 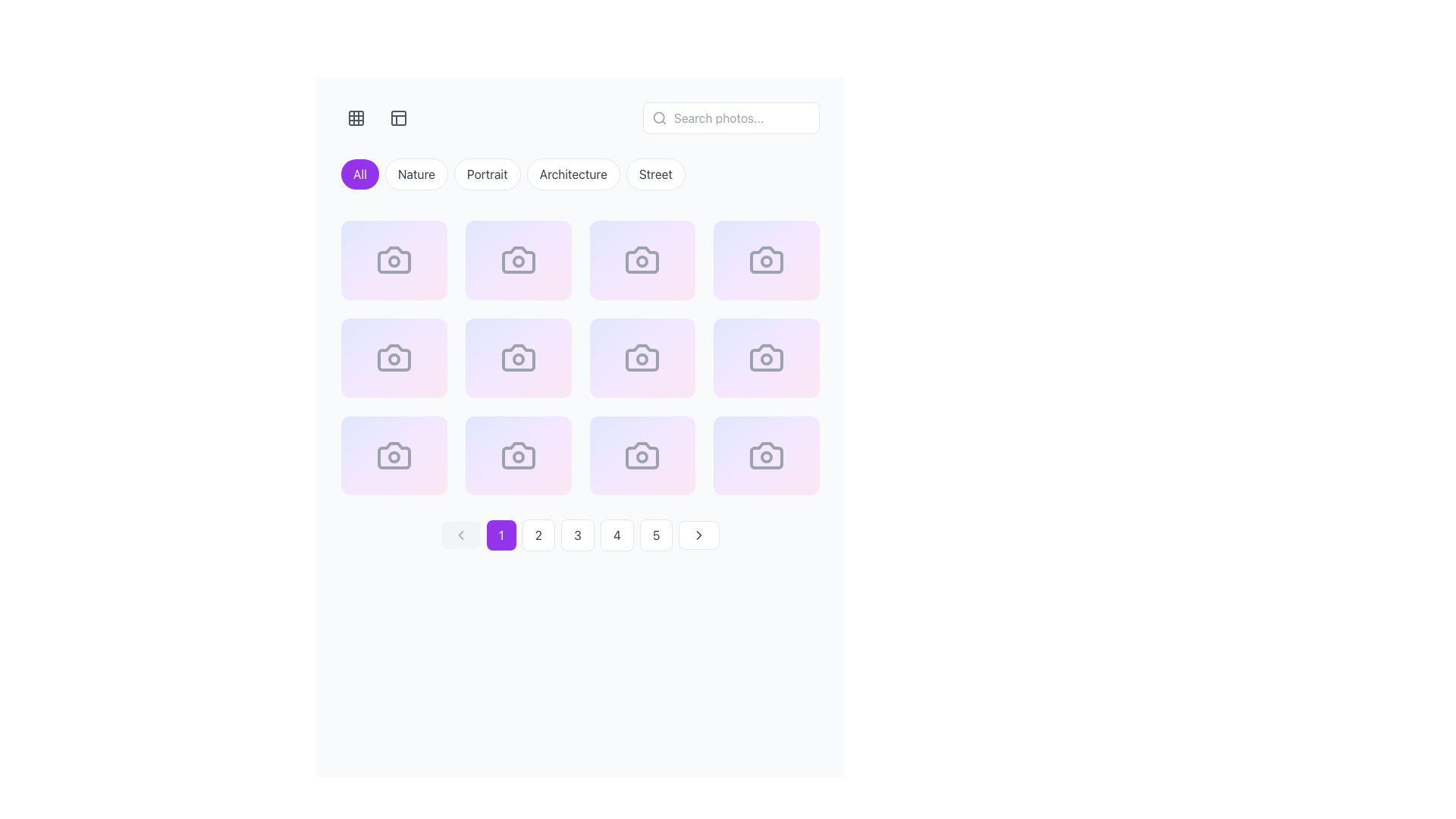 I want to click on the 'Architecture' pill-shaped button located near the top-center of the interface to apply the Architecture filter, so click(x=573, y=174).